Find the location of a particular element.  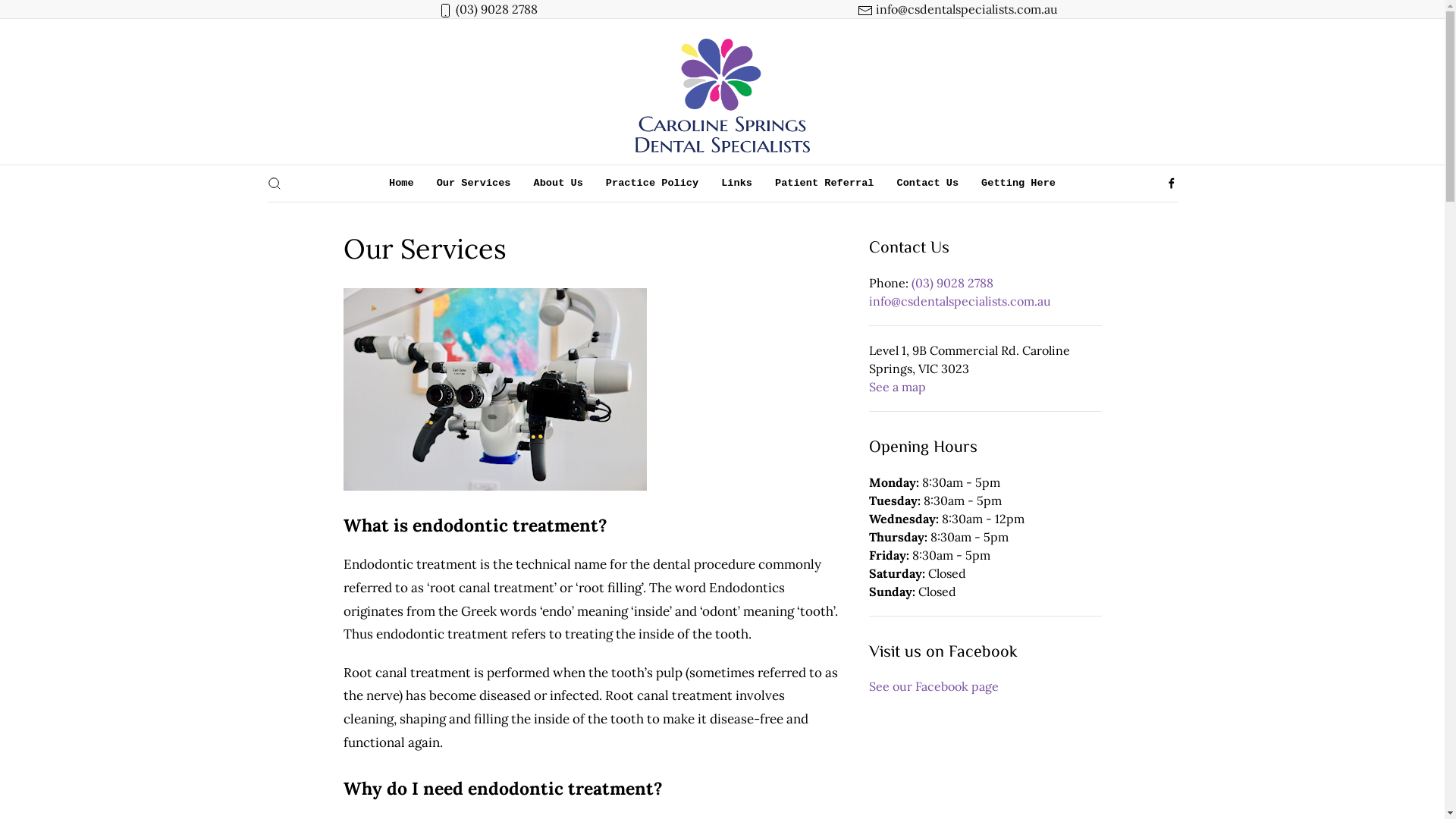

'See a map' is located at coordinates (897, 385).